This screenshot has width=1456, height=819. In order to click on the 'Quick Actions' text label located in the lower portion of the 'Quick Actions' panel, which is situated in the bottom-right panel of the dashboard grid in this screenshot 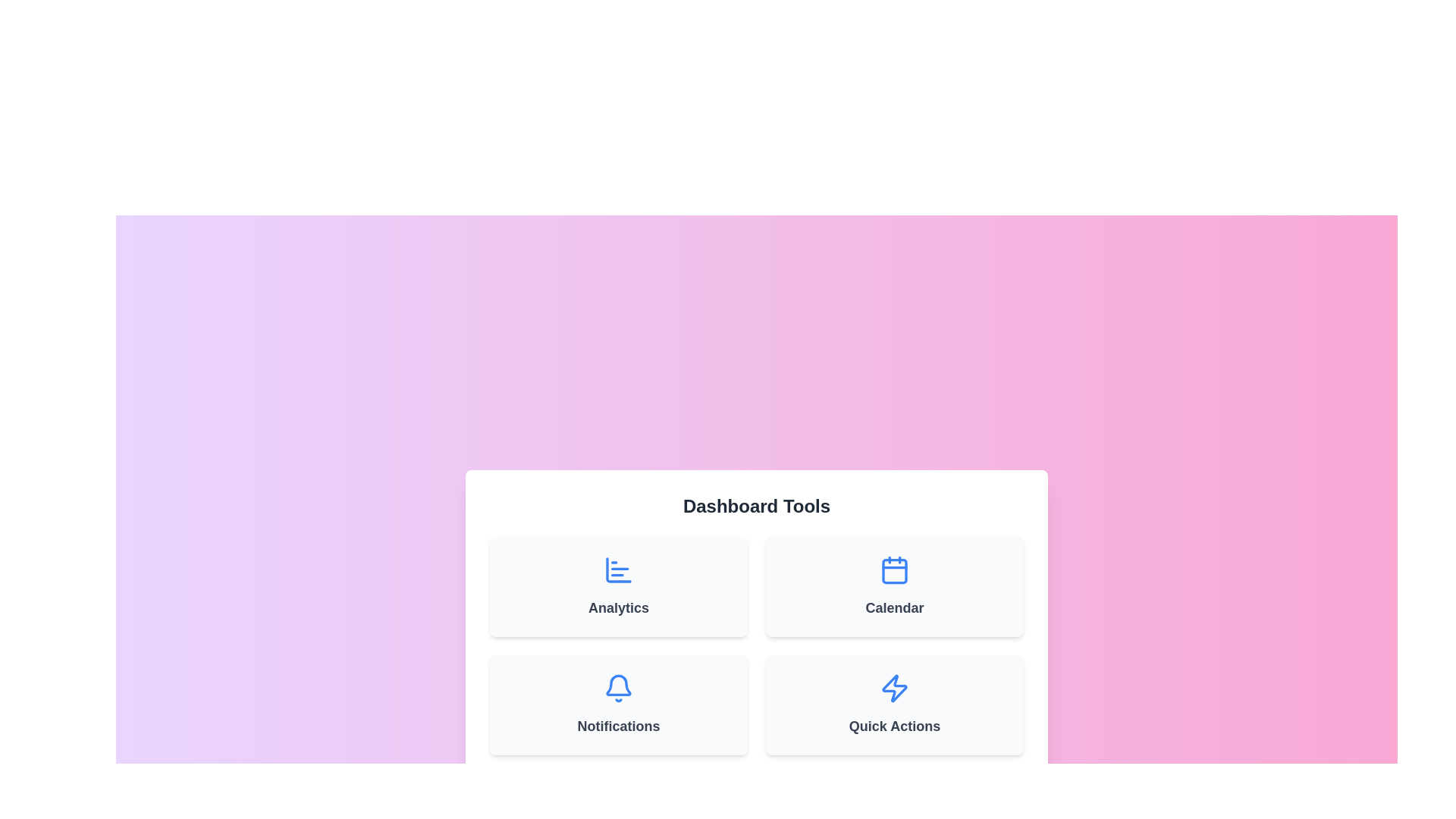, I will do `click(895, 725)`.